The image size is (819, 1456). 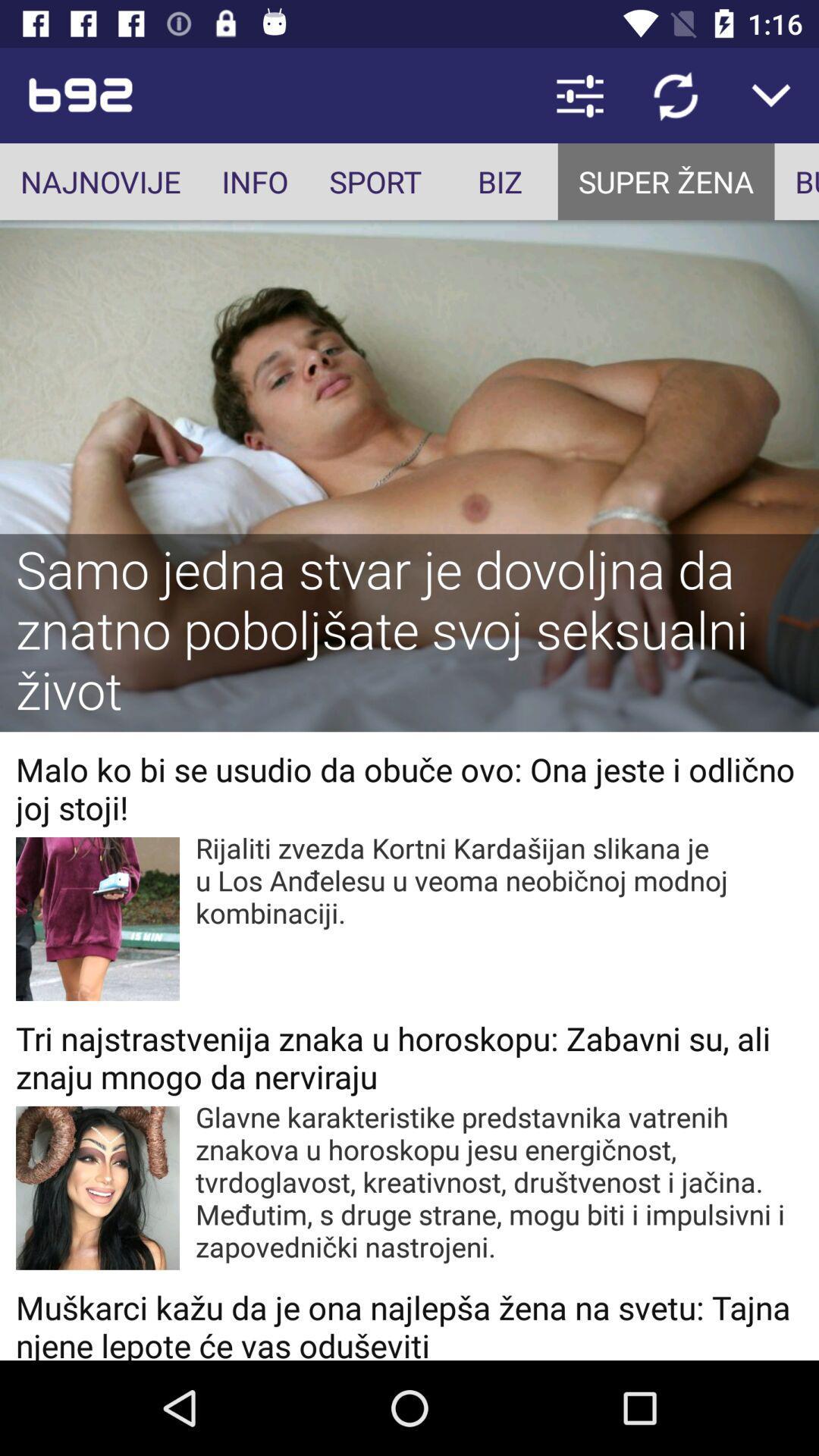 I want to click on icon to the left of   biz   icon, so click(x=375, y=181).